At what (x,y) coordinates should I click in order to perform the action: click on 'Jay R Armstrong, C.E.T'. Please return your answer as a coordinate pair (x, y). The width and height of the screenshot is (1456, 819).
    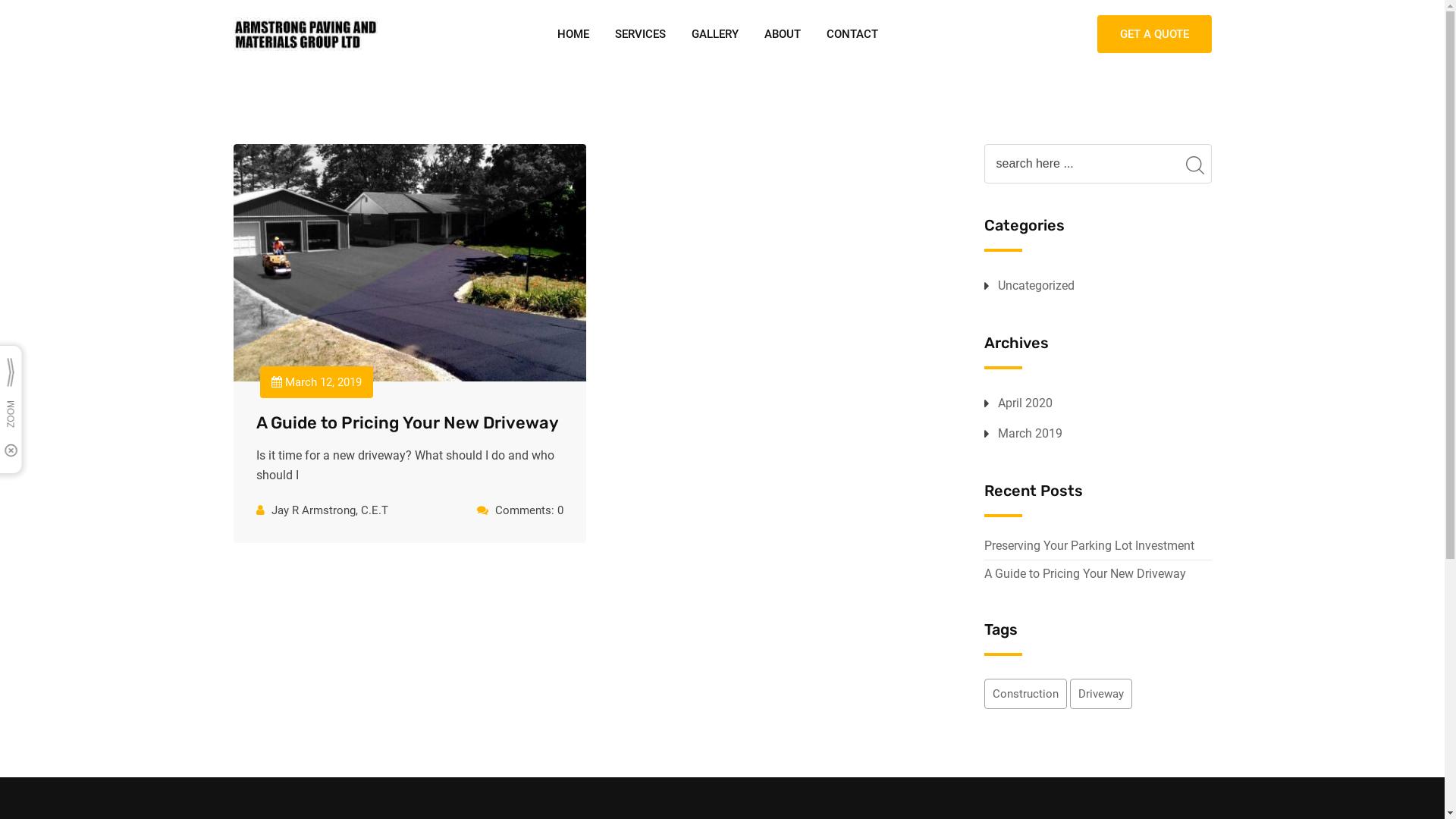
    Looking at the image, I should click on (329, 510).